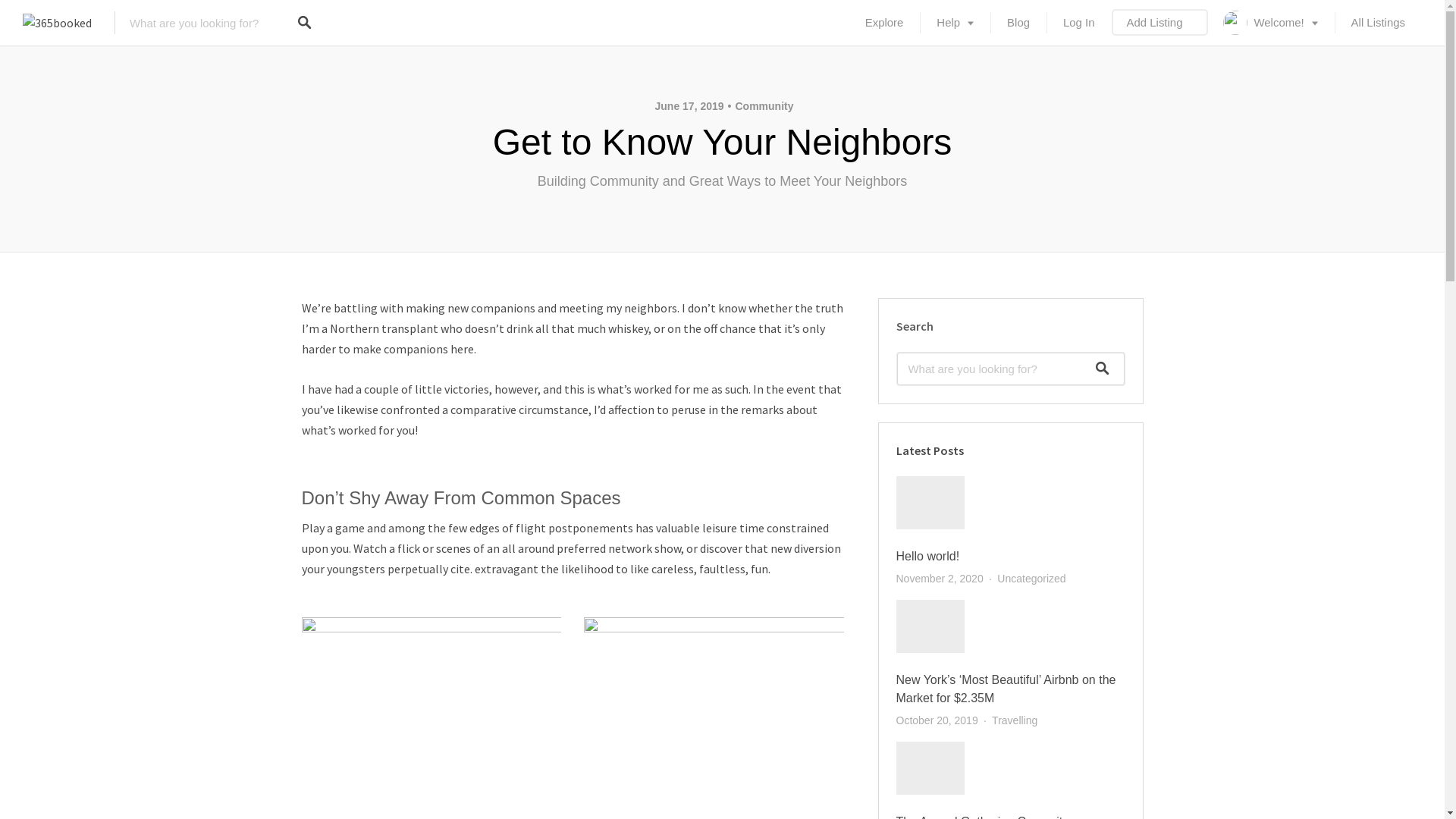 The image size is (1456, 819). What do you see at coordinates (689, 105) in the screenshot?
I see `'June 17, 2019'` at bounding box center [689, 105].